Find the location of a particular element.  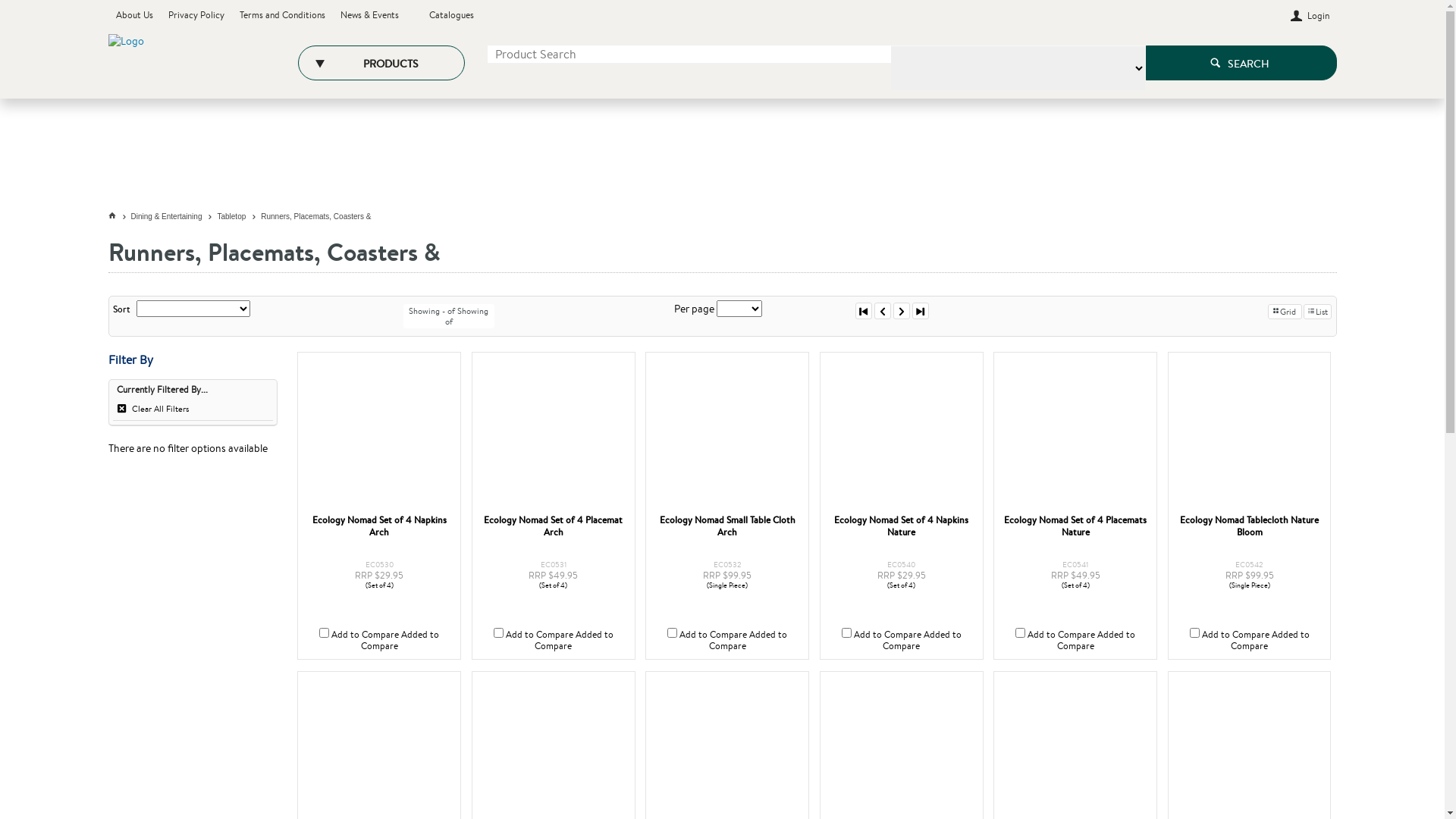

'Ecology Nomad Set of 4 Placemats Nature' is located at coordinates (1074, 433).